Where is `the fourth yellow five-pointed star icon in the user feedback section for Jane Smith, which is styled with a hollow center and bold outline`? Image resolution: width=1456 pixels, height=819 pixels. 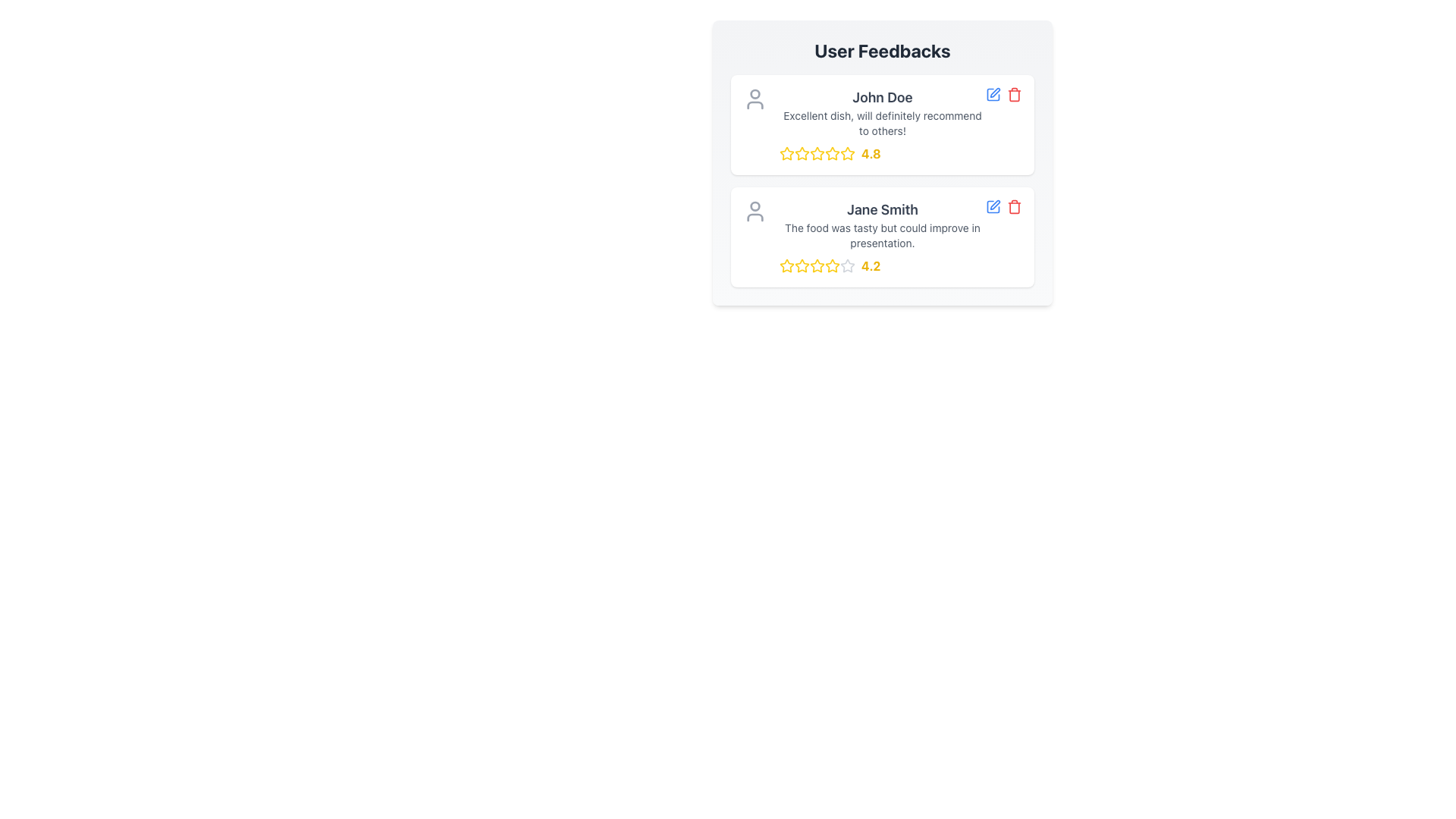 the fourth yellow five-pointed star icon in the user feedback section for Jane Smith, which is styled with a hollow center and bold outline is located at coordinates (817, 265).